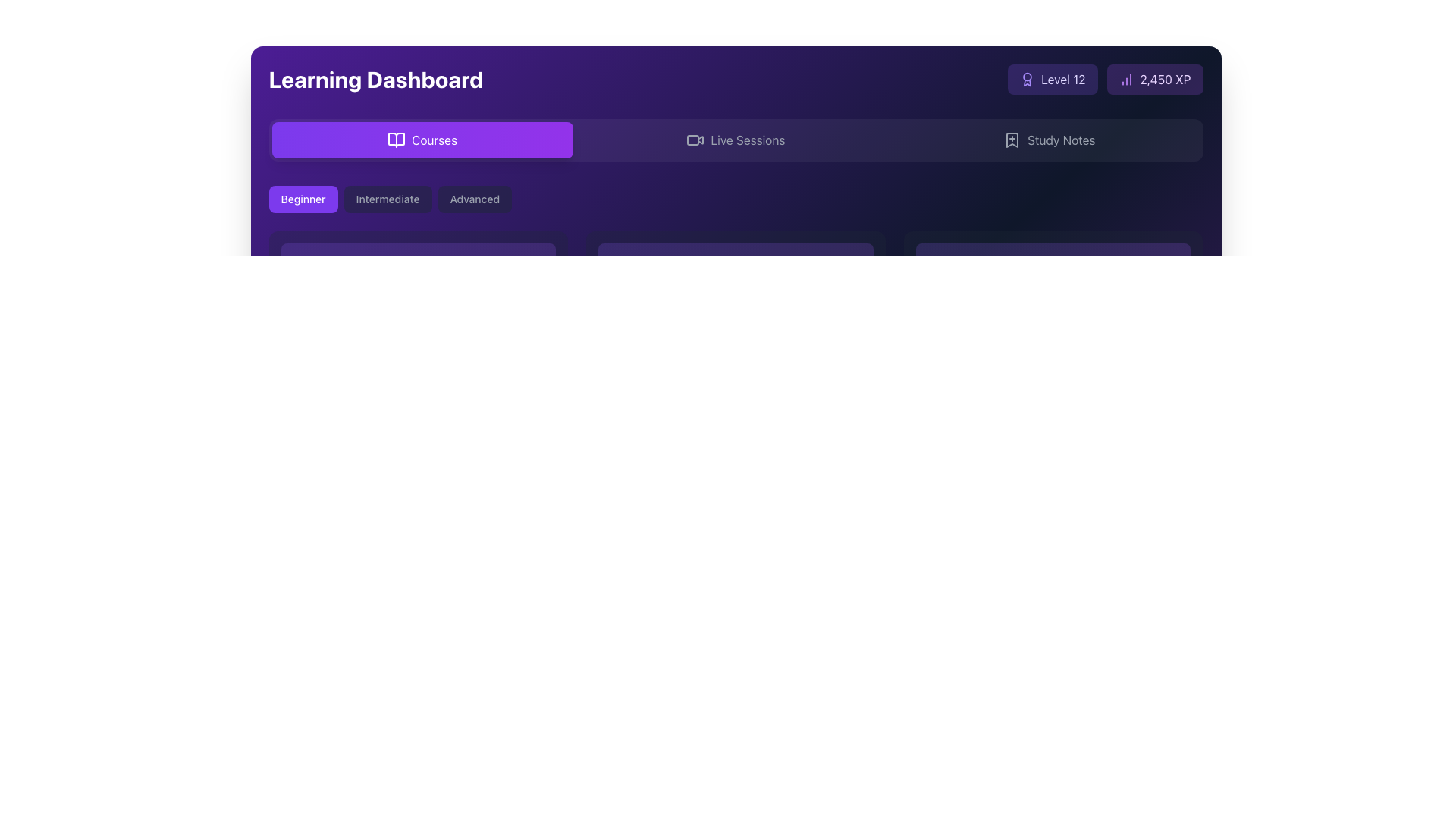 This screenshot has width=1456, height=819. What do you see at coordinates (375, 79) in the screenshot?
I see `the 'Learning Dashboard' heading, which is a prominent textual title displayed in large, bold, white font against a darker purple background, located at the top-left region of the interface` at bounding box center [375, 79].